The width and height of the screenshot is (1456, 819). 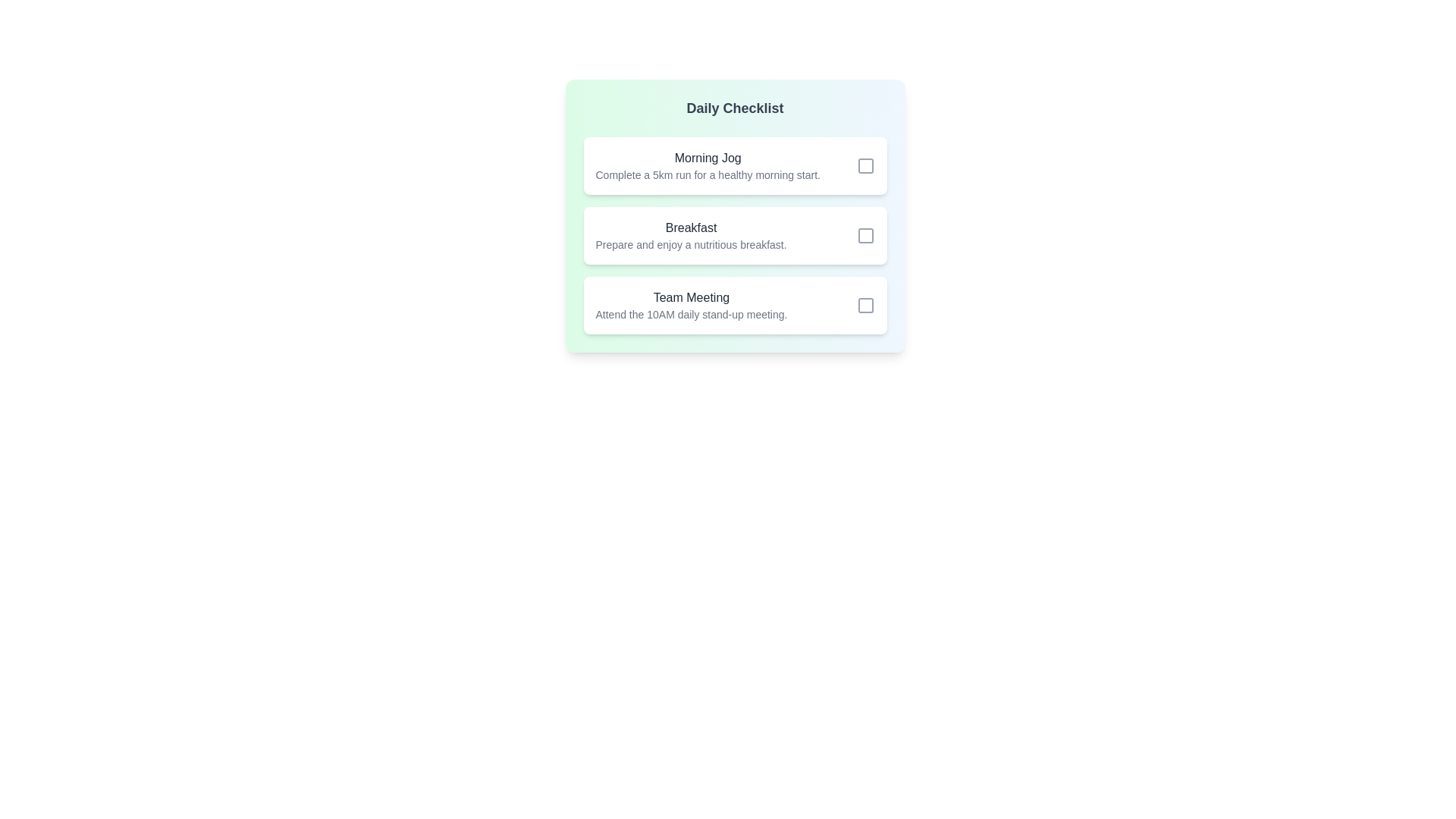 I want to click on the task titled Morning Jog to view its description, so click(x=707, y=158).